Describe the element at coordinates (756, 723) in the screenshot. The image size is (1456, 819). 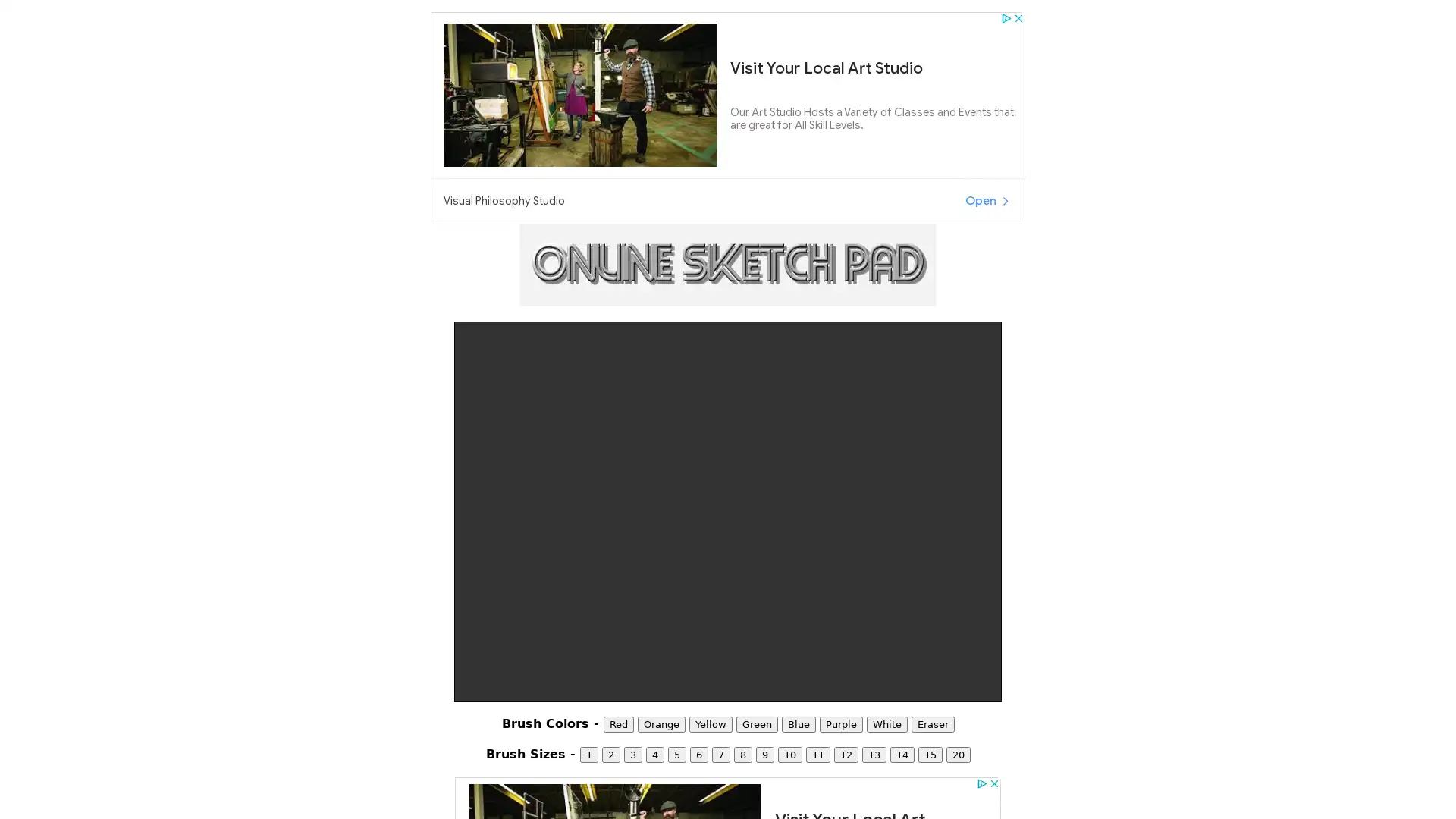
I see `Green` at that location.